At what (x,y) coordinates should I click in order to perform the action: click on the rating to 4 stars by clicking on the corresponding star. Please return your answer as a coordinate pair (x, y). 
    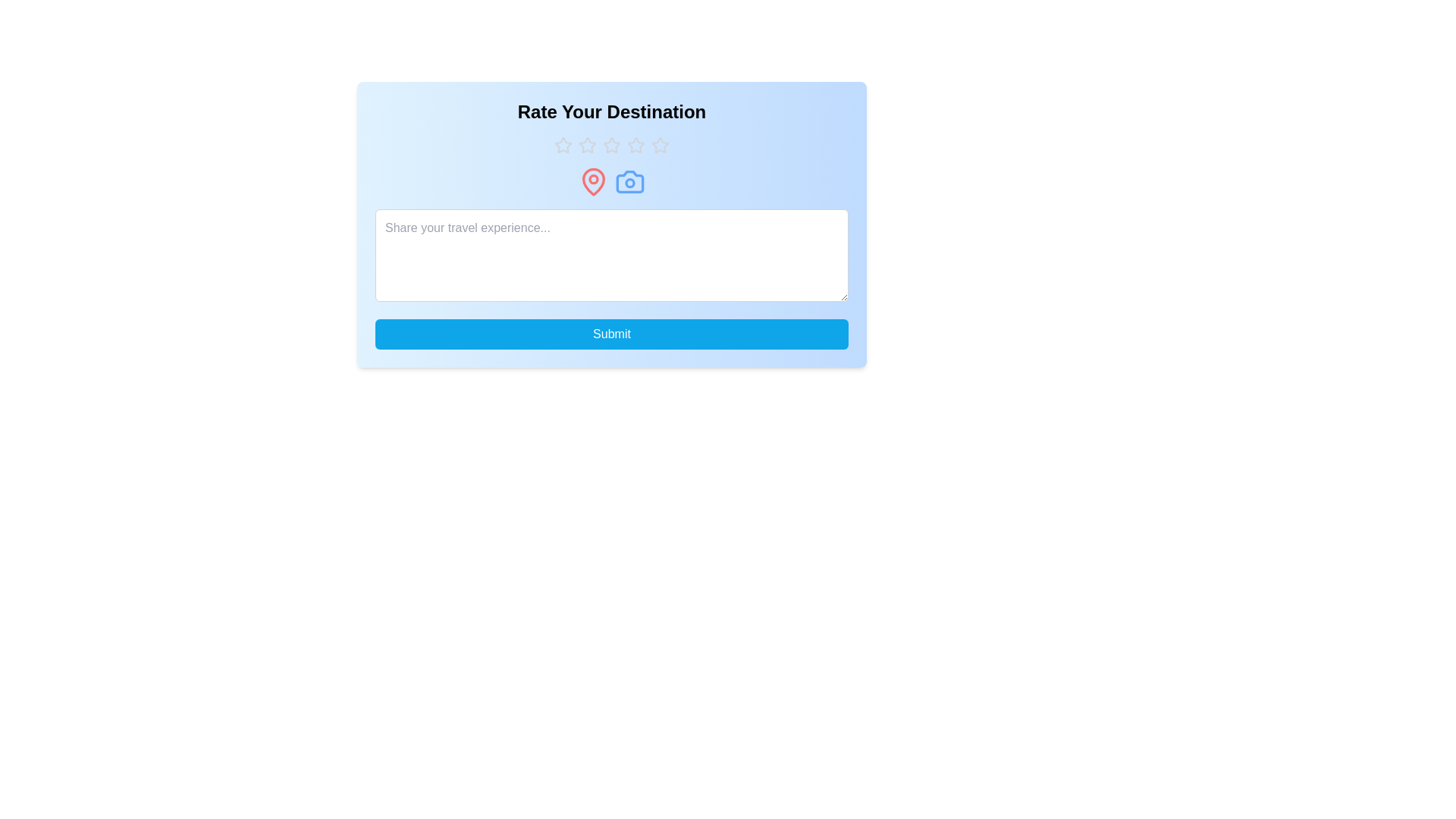
    Looking at the image, I should click on (636, 146).